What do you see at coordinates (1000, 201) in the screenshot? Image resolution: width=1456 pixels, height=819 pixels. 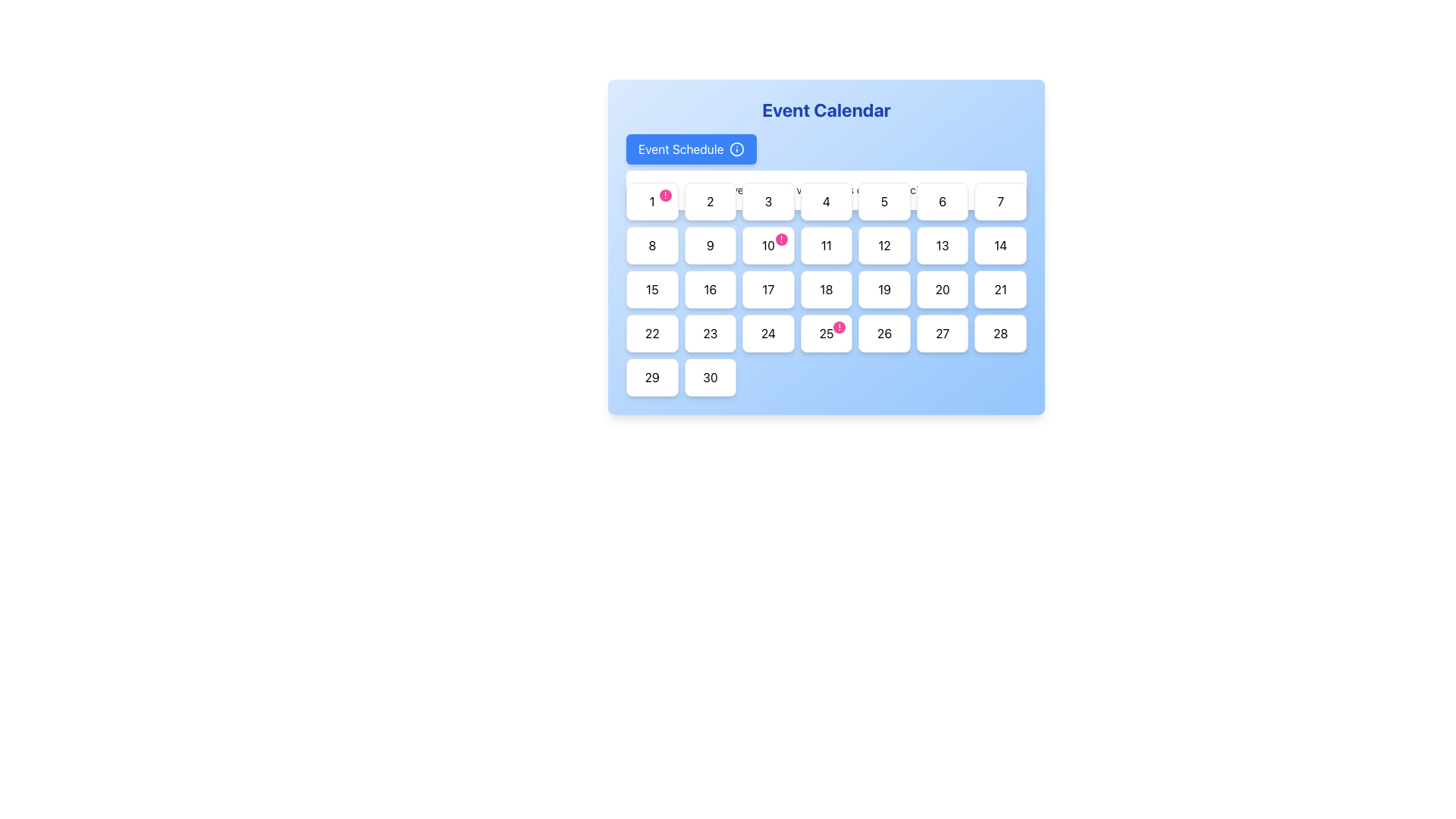 I see `the calendar day button` at bounding box center [1000, 201].